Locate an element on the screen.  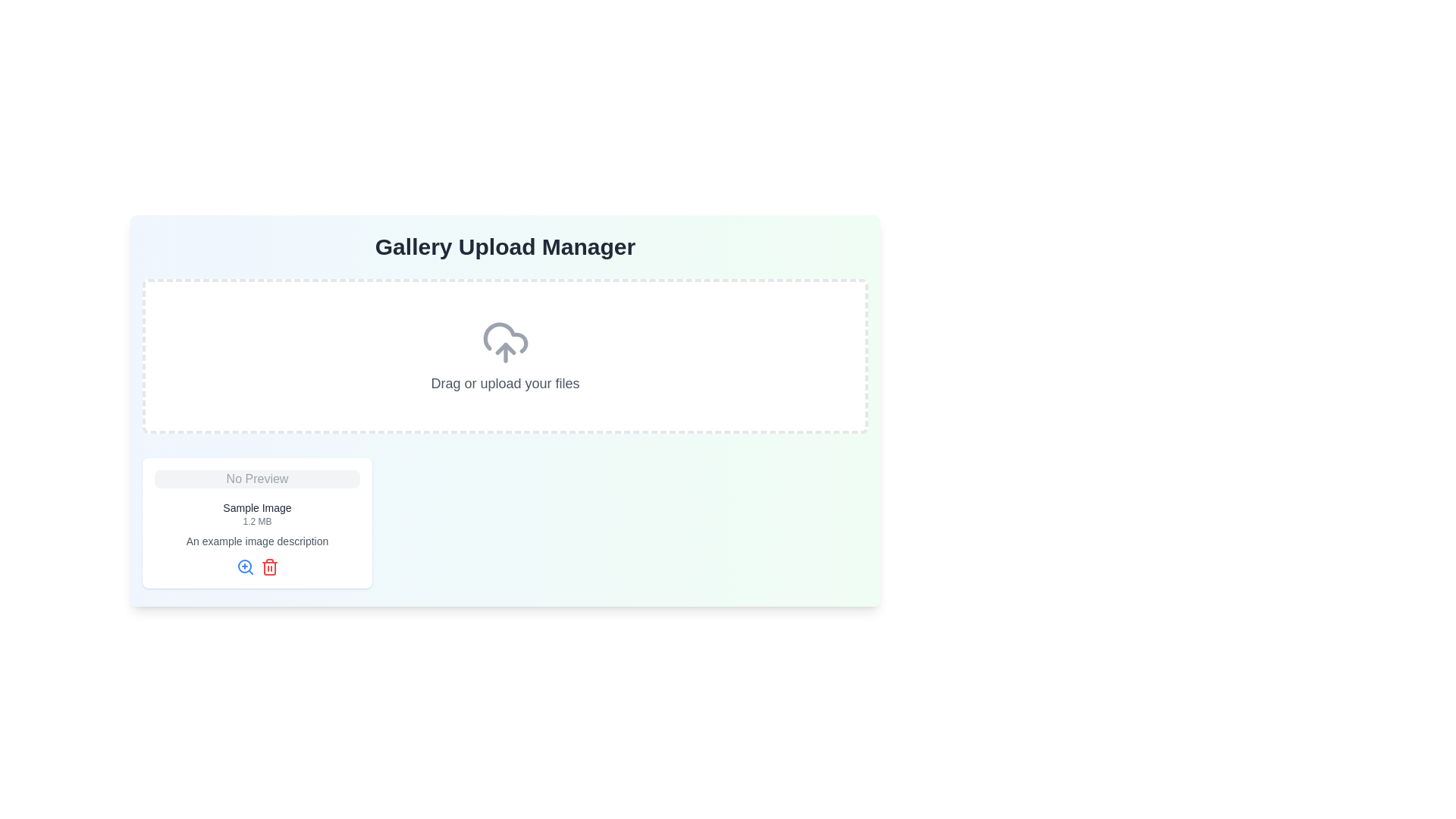
header text of the title element located at the top center of the gallery uploads section, which informs the user about managing gallery uploads is located at coordinates (505, 246).